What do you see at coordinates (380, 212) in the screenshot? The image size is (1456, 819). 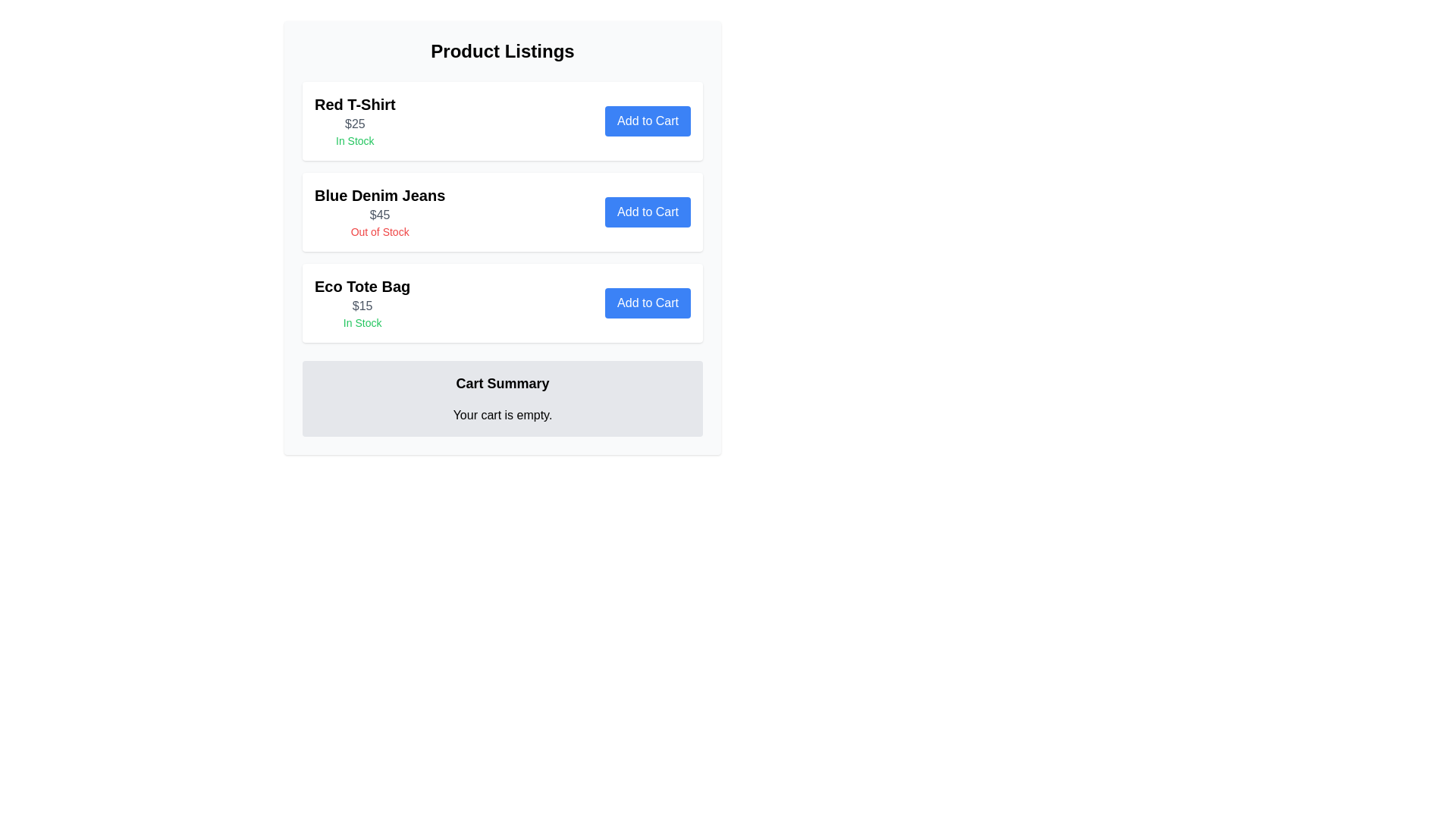 I see `the vertically stacked text block containing 'Blue Denim Jeans', '$45', and 'Out of Stock', which is the second product tile in the list` at bounding box center [380, 212].